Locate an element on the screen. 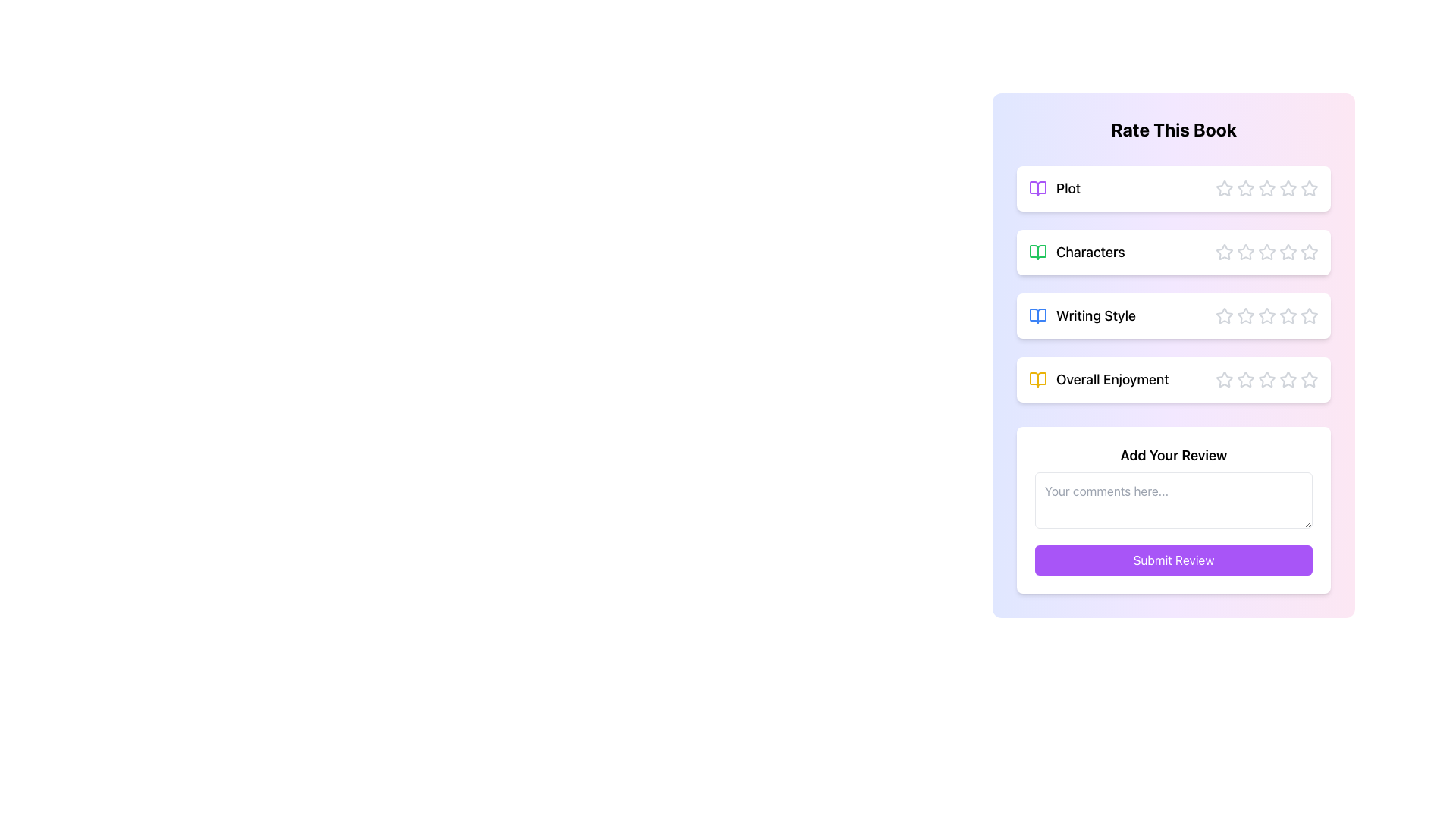 Image resolution: width=1456 pixels, height=819 pixels. the second selectable star icon under 'Plot' in the 'Rate This Book' section is located at coordinates (1244, 187).